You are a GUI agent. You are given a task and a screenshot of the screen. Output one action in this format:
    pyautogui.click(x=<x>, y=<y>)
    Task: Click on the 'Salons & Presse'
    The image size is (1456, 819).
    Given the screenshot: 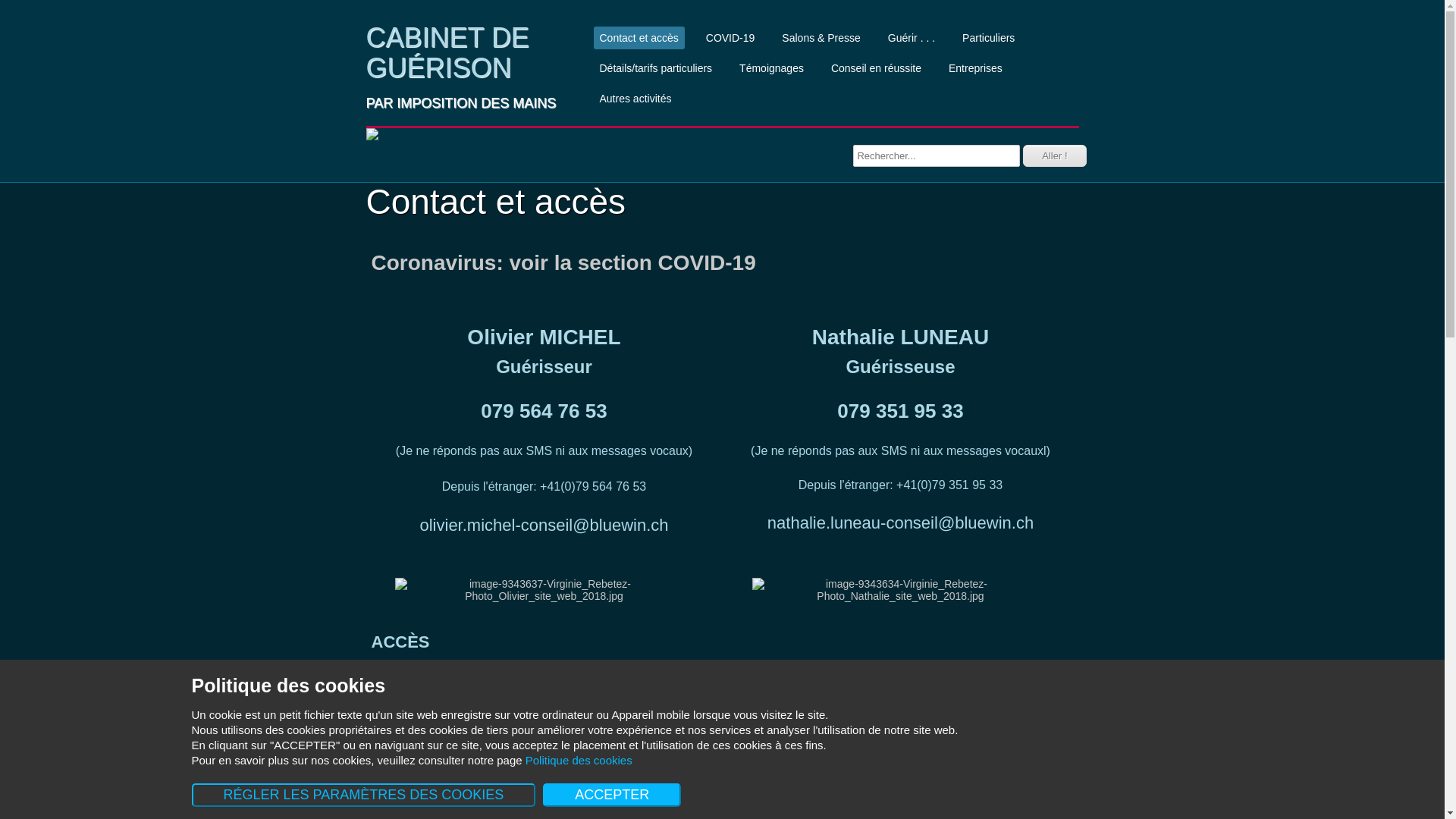 What is the action you would take?
    pyautogui.click(x=821, y=37)
    